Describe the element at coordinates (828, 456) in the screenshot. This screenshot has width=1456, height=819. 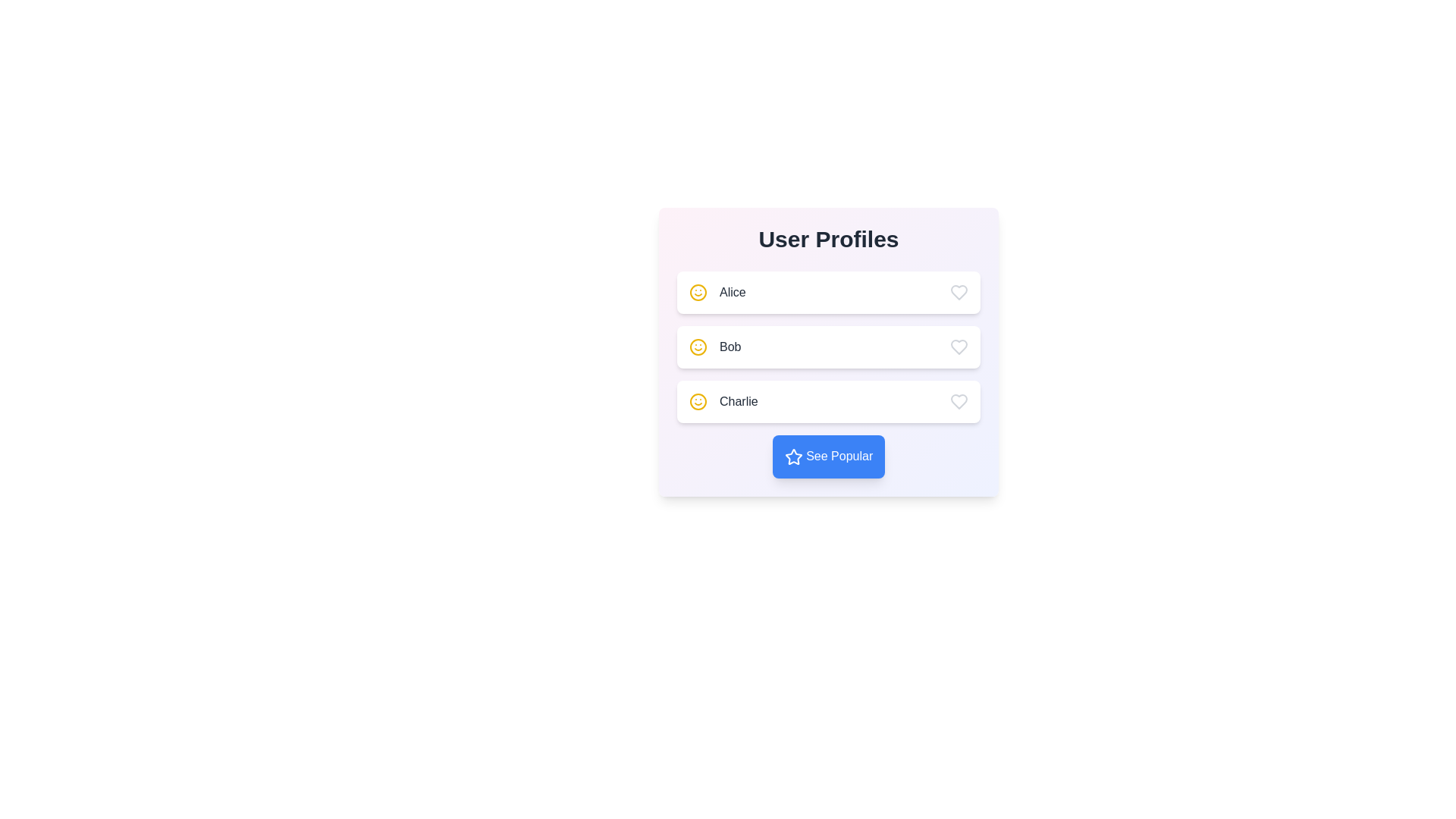
I see `the button located at the bottom of the 'User Profiles' card` at that location.